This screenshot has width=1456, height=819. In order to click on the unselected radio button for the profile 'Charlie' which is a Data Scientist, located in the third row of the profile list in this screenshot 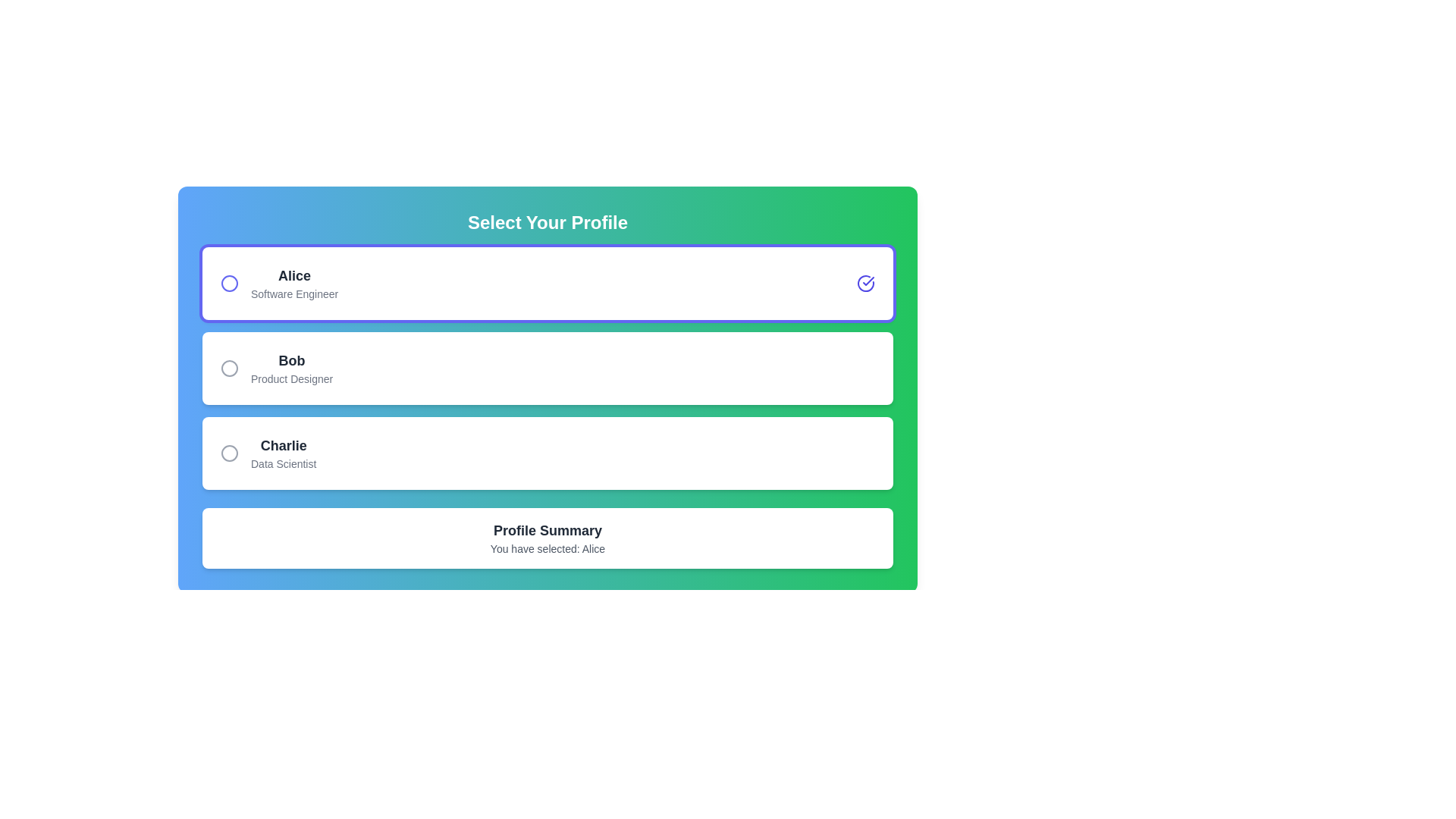, I will do `click(268, 452)`.